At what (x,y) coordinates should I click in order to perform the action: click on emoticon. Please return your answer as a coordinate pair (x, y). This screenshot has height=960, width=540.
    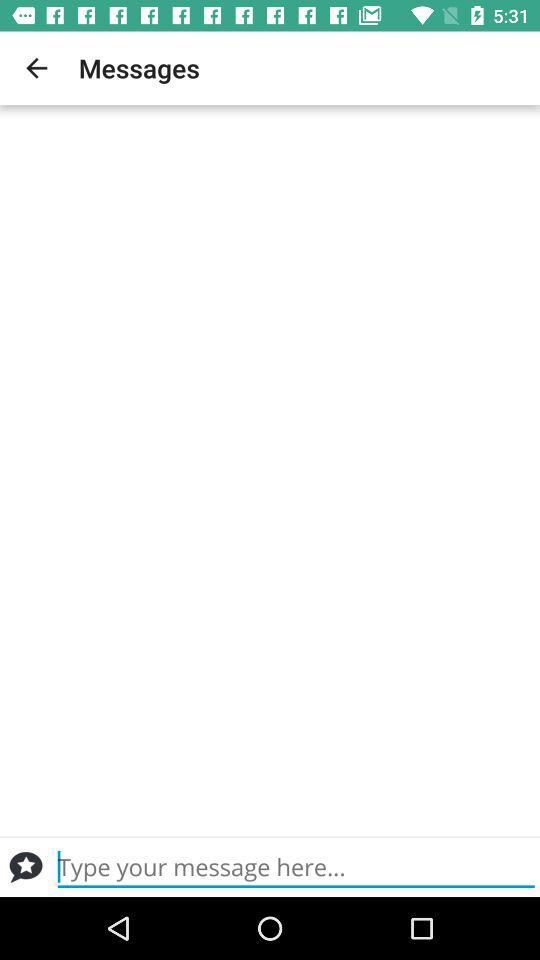
    Looking at the image, I should click on (25, 866).